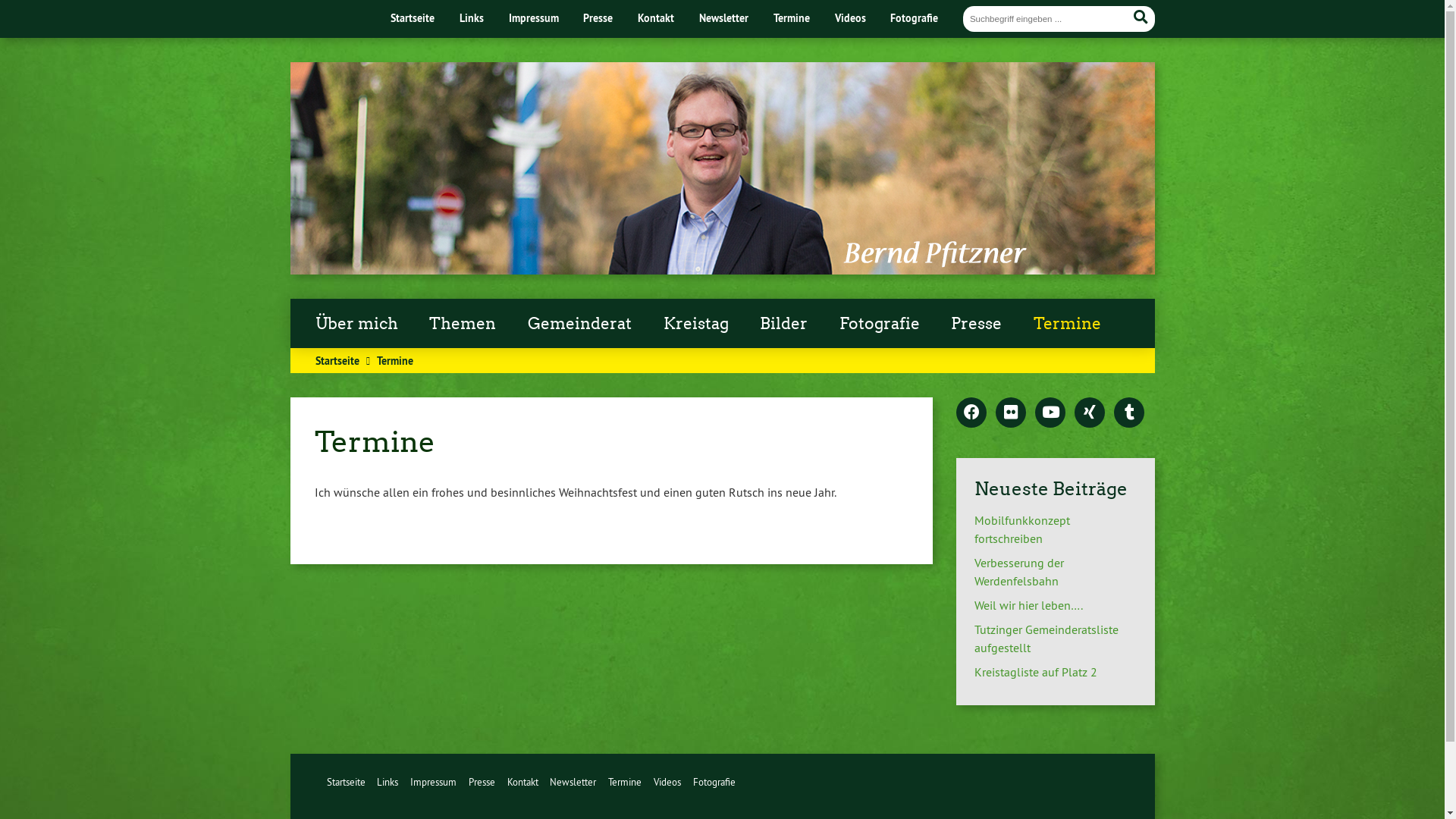 Image resolution: width=1456 pixels, height=819 pixels. I want to click on 'Fotografie', so click(713, 781).